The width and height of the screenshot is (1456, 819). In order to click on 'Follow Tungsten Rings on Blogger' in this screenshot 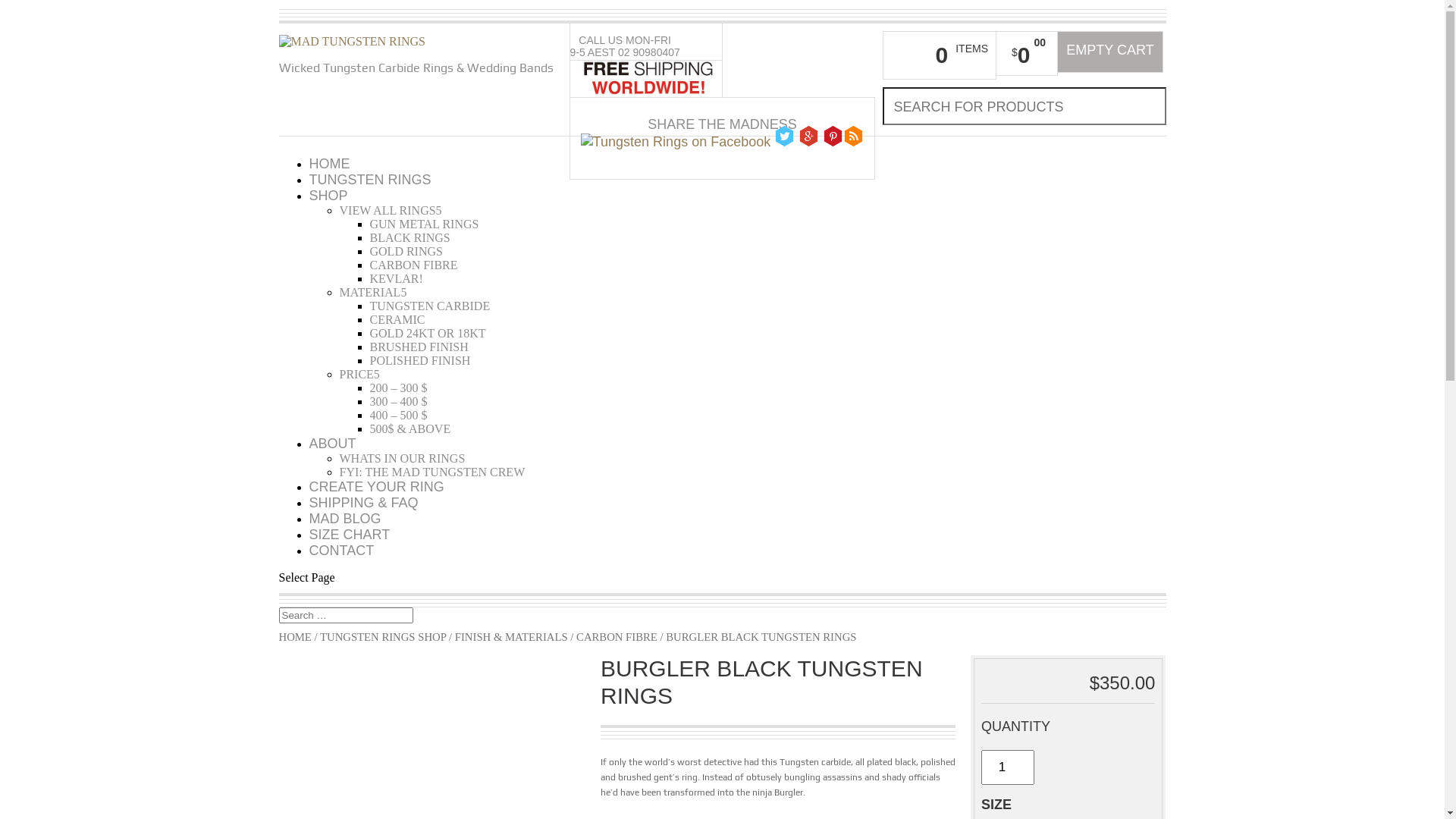, I will do `click(853, 135)`.